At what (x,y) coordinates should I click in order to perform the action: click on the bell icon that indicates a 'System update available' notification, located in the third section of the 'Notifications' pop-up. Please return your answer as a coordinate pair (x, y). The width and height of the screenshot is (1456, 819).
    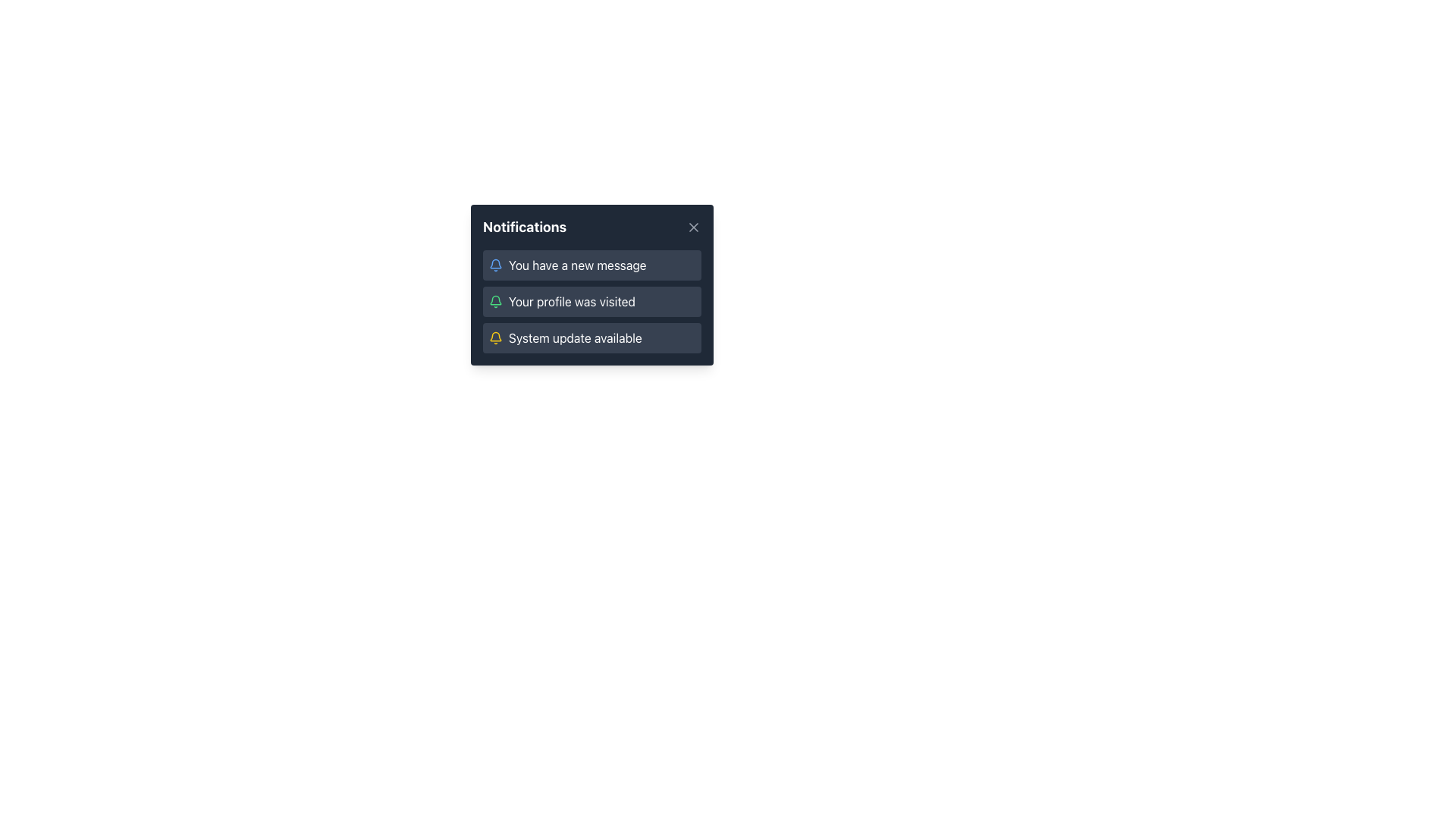
    Looking at the image, I should click on (495, 337).